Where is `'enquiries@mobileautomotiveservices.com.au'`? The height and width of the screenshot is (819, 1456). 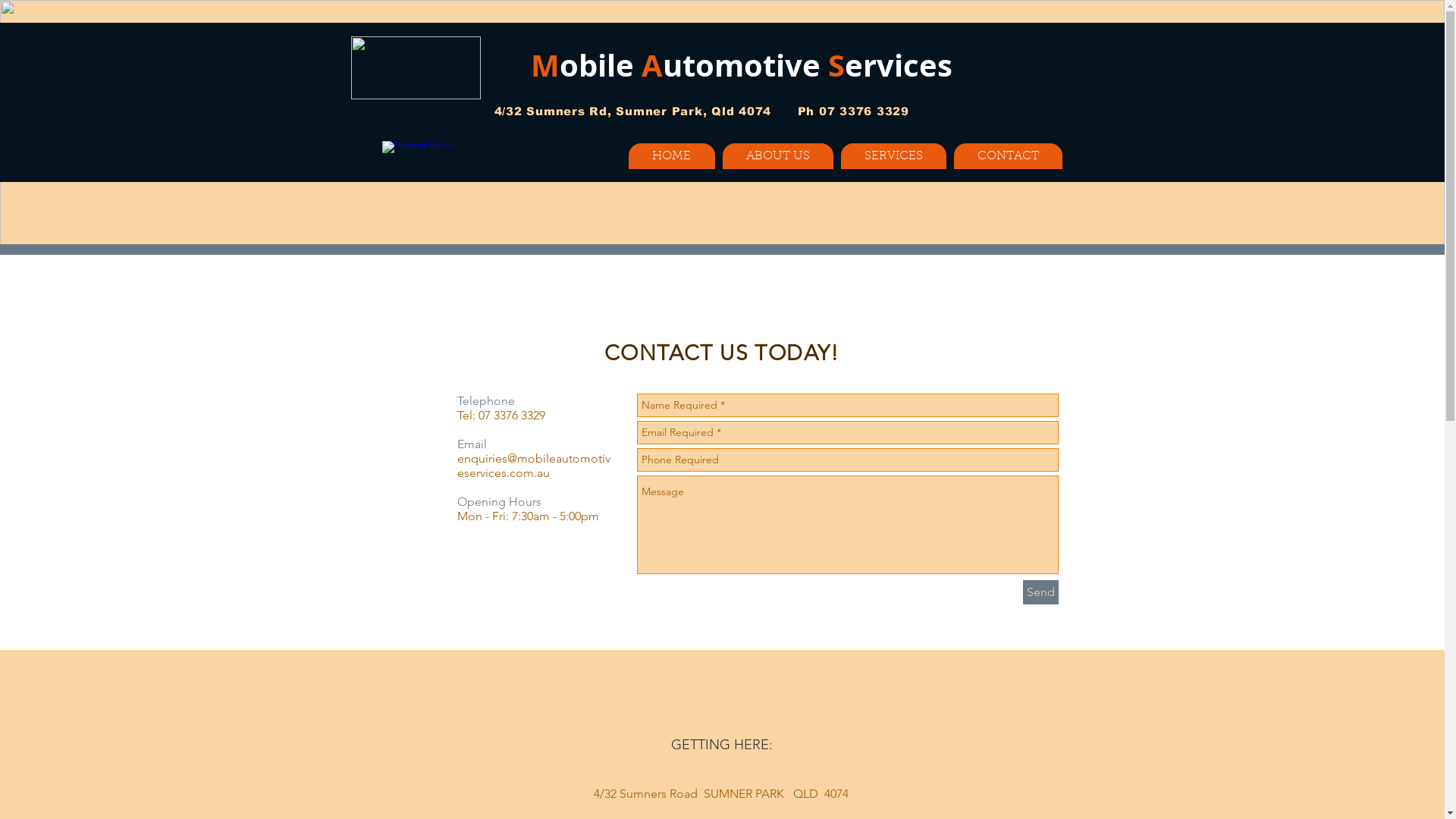
'enquiries@mobileautomotiveservices.com.au' is located at coordinates (532, 464).